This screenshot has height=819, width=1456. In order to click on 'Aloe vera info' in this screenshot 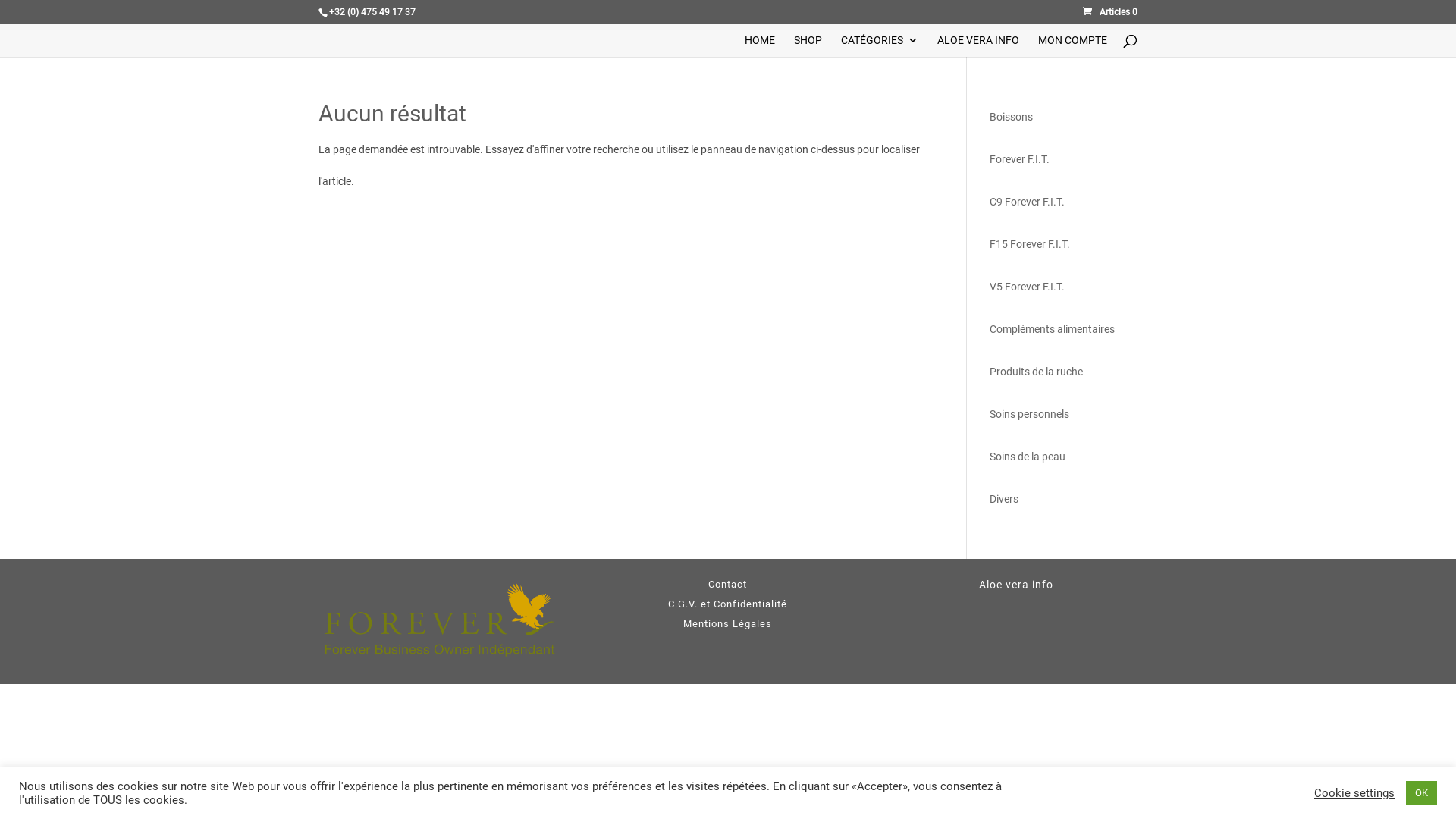, I will do `click(1015, 584)`.